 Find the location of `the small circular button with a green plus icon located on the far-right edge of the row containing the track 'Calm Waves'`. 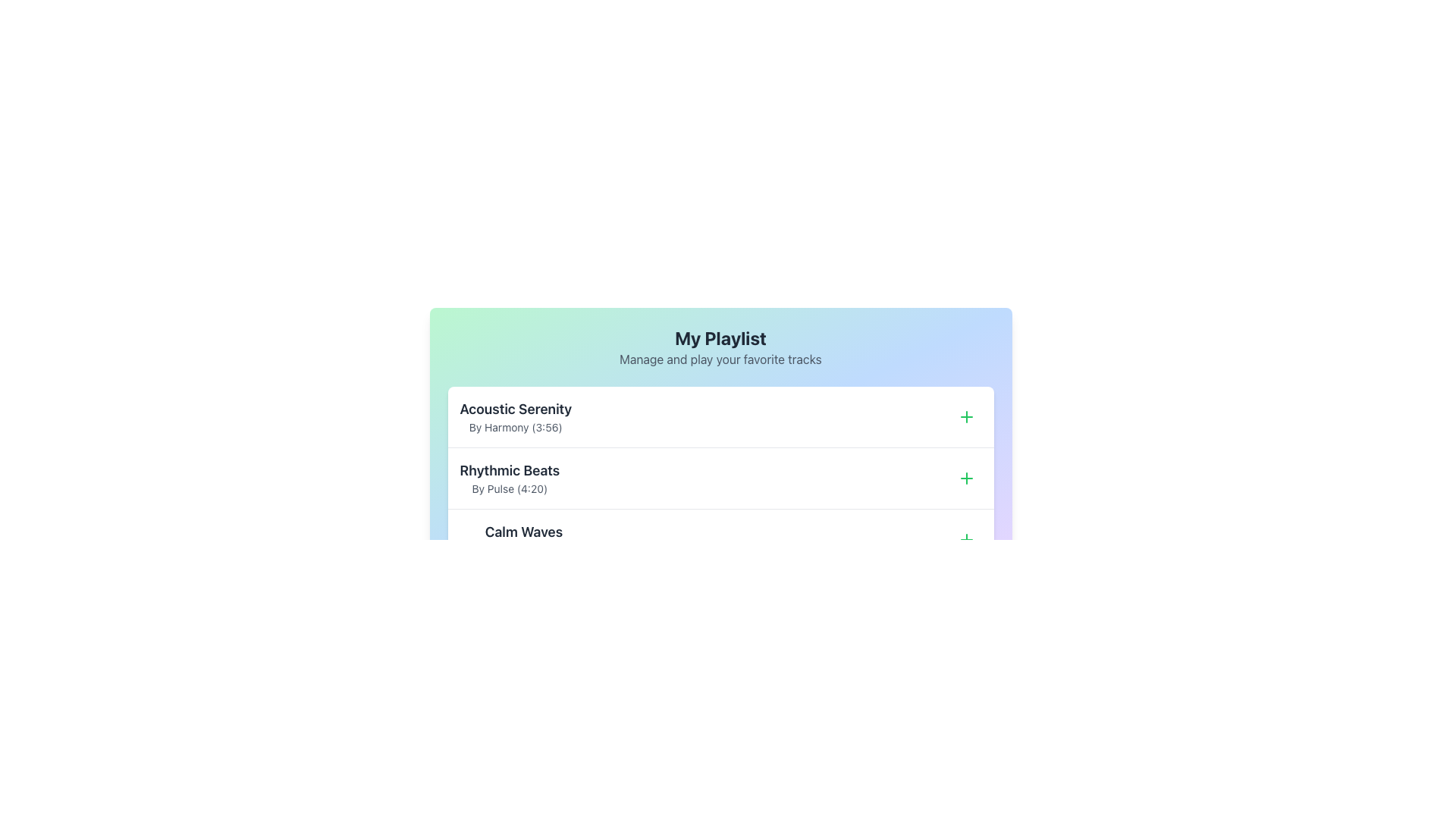

the small circular button with a green plus icon located on the far-right edge of the row containing the track 'Calm Waves' is located at coordinates (965, 539).